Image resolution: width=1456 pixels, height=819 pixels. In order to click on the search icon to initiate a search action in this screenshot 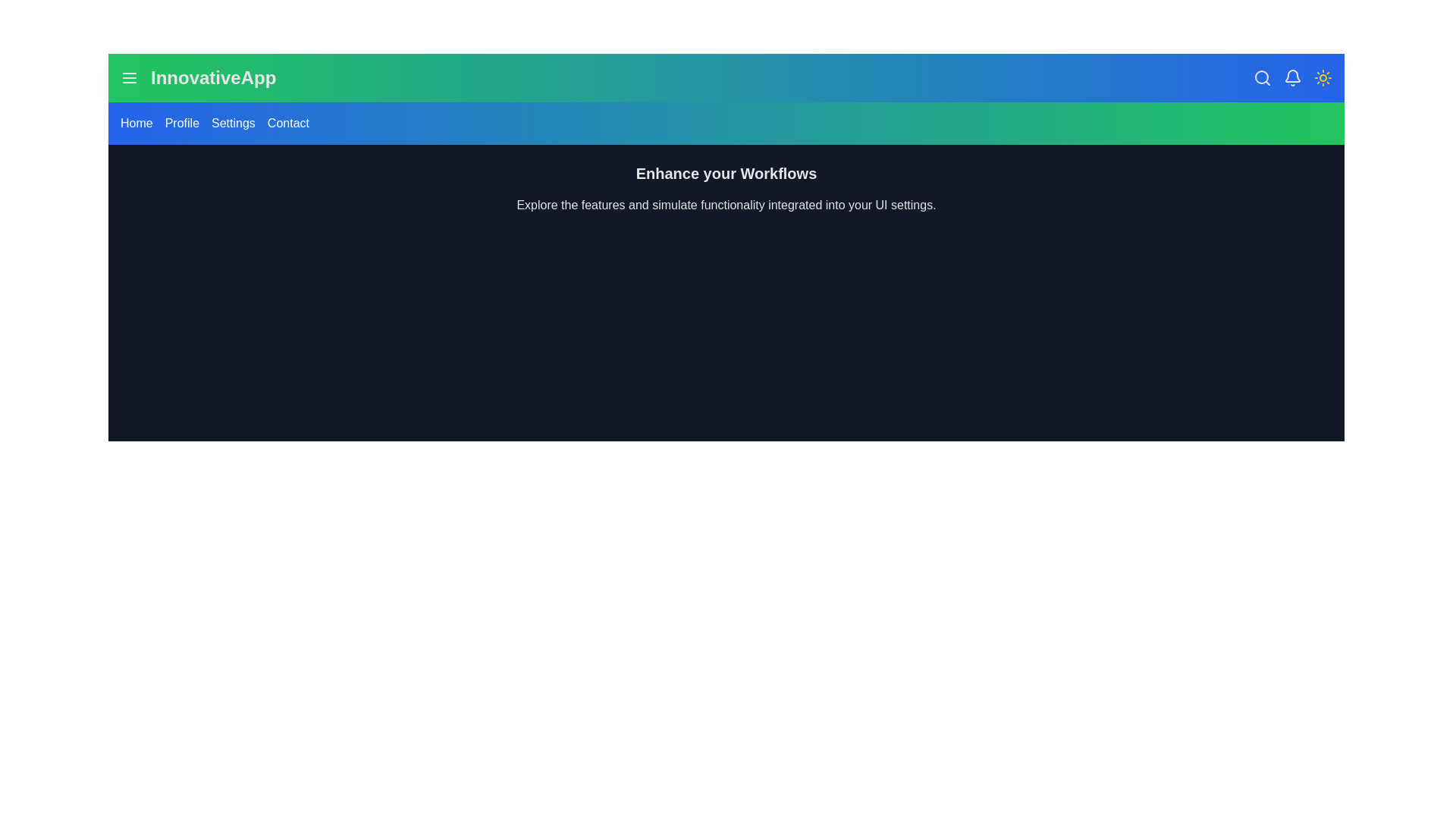, I will do `click(1263, 78)`.